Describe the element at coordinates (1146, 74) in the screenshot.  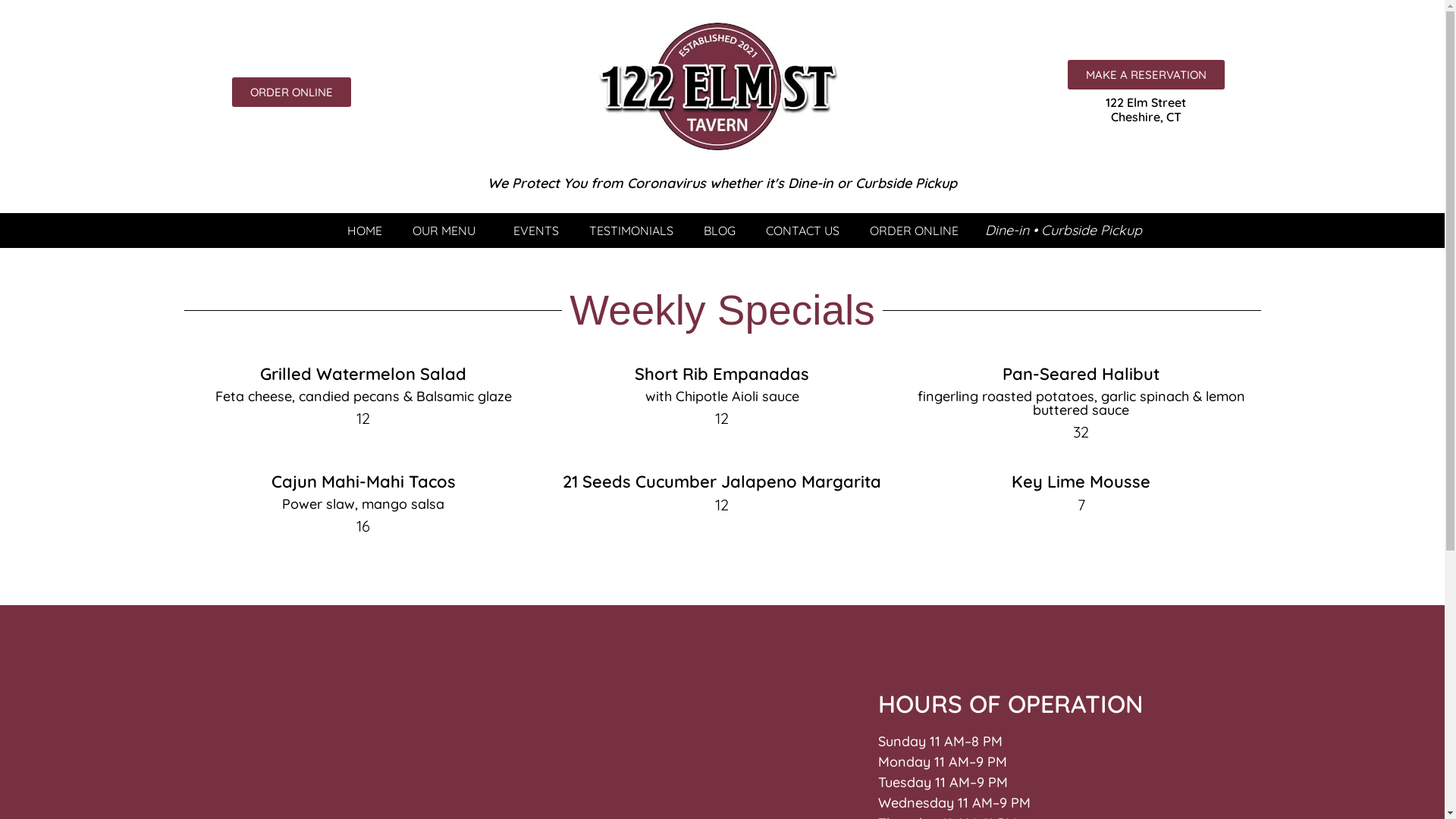
I see `'MAKE A RESERVATION'` at that location.